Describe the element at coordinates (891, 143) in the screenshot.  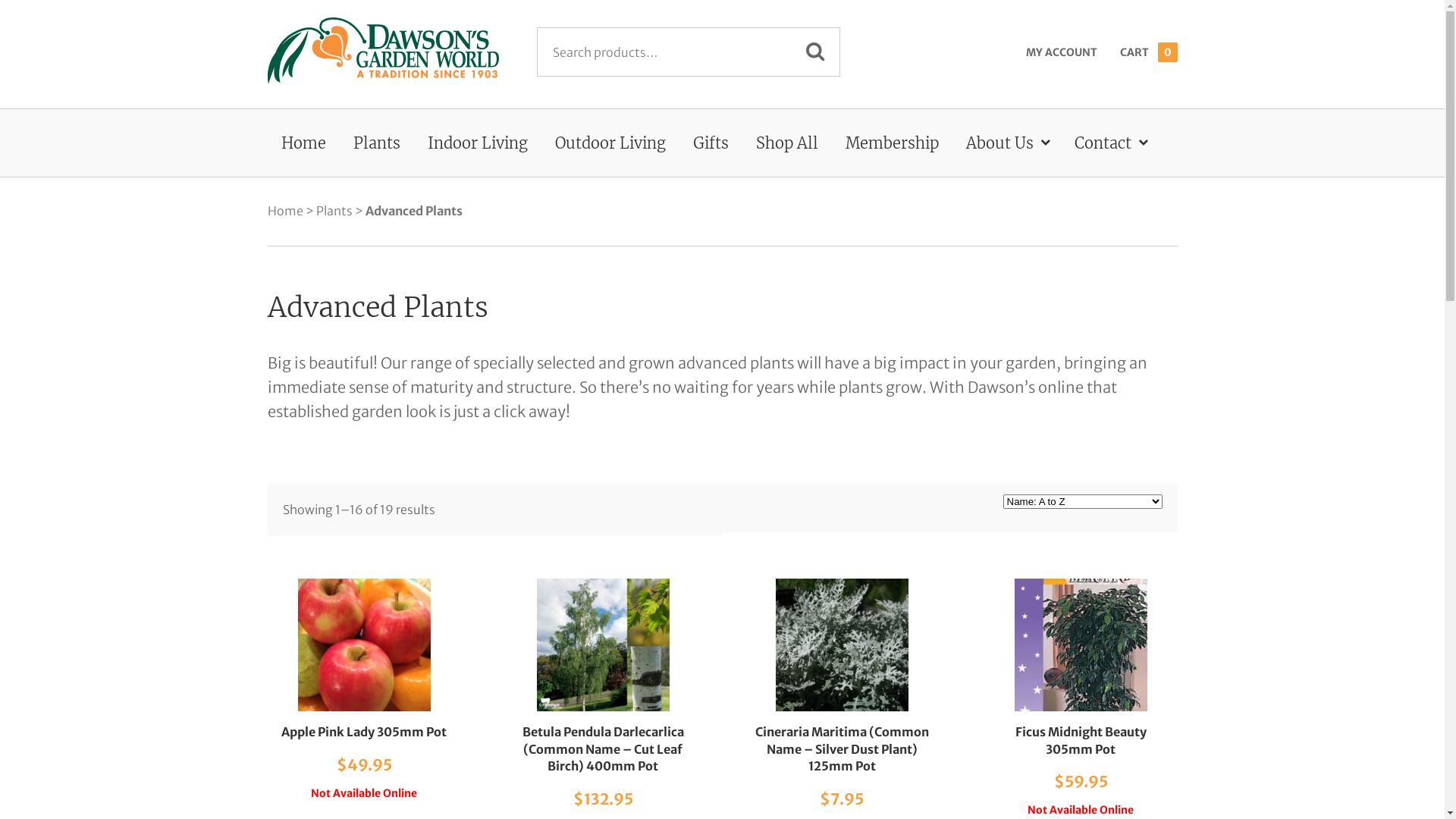
I see `'Membership'` at that location.